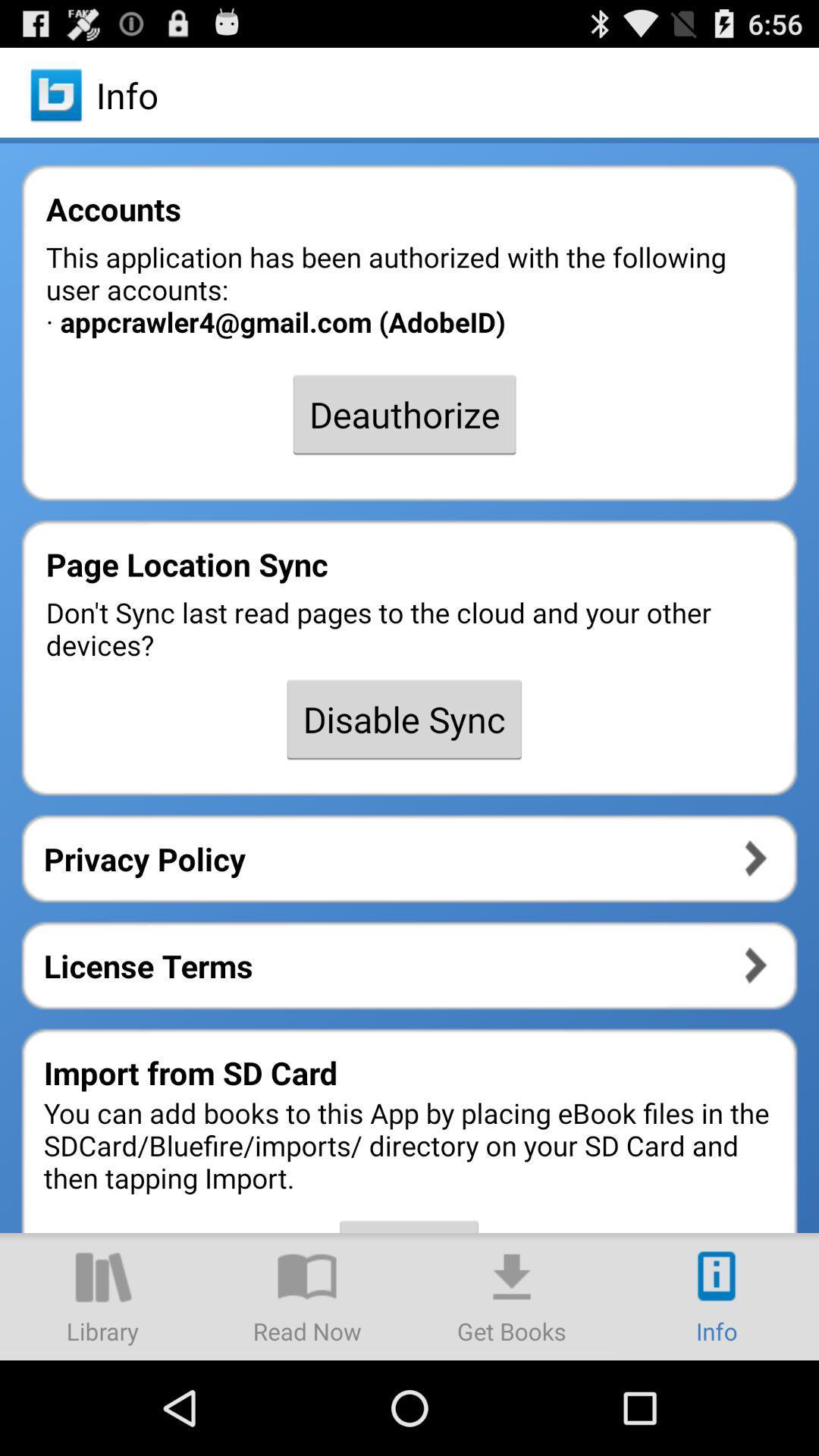 This screenshot has height=1456, width=819. Describe the element at coordinates (307, 1295) in the screenshot. I see `books read for reading` at that location.